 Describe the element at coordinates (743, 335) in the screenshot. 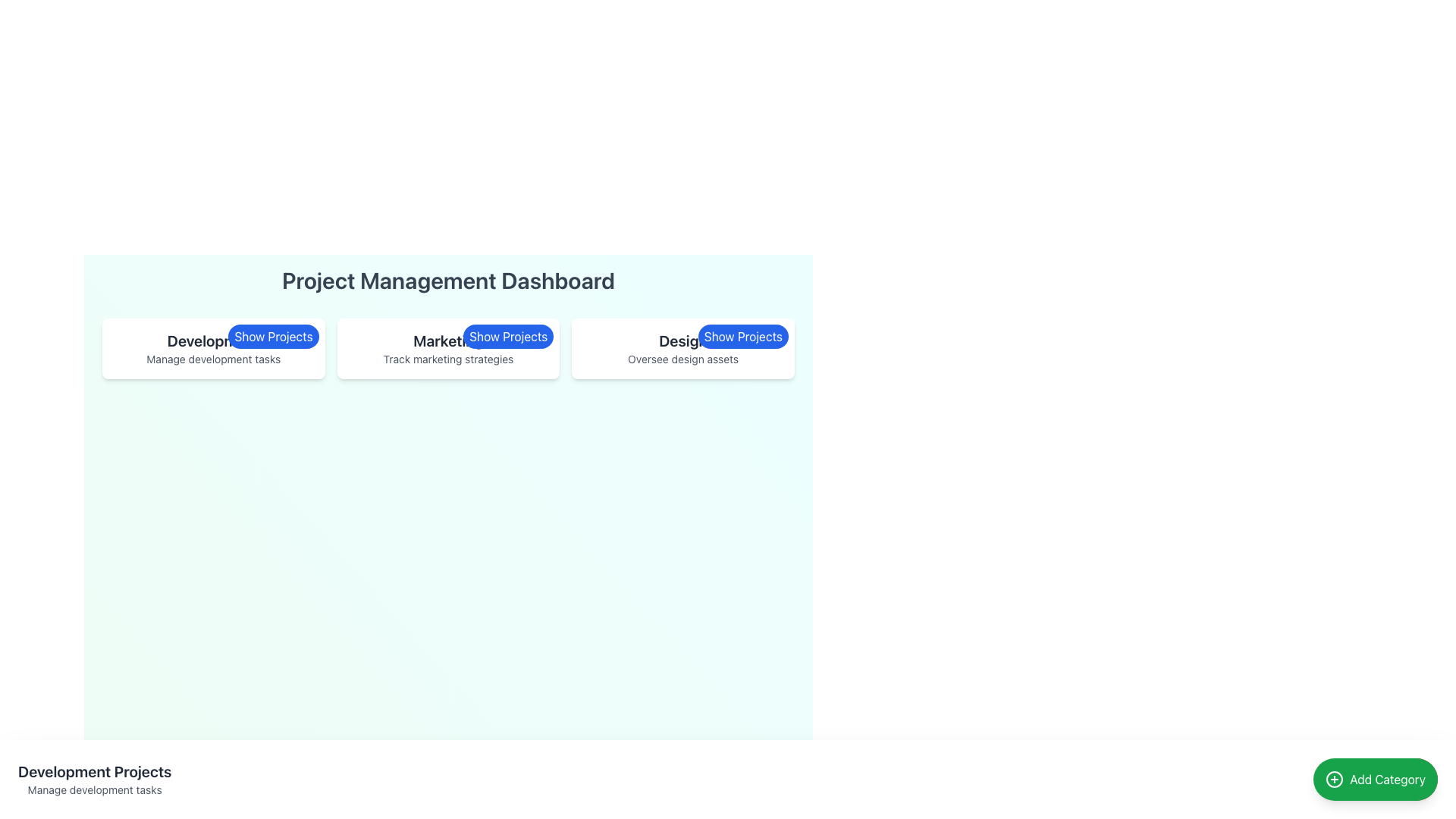

I see `the 'Show Projects' button with a blue background and white text located in the top-right corner of the 'Design' card` at that location.